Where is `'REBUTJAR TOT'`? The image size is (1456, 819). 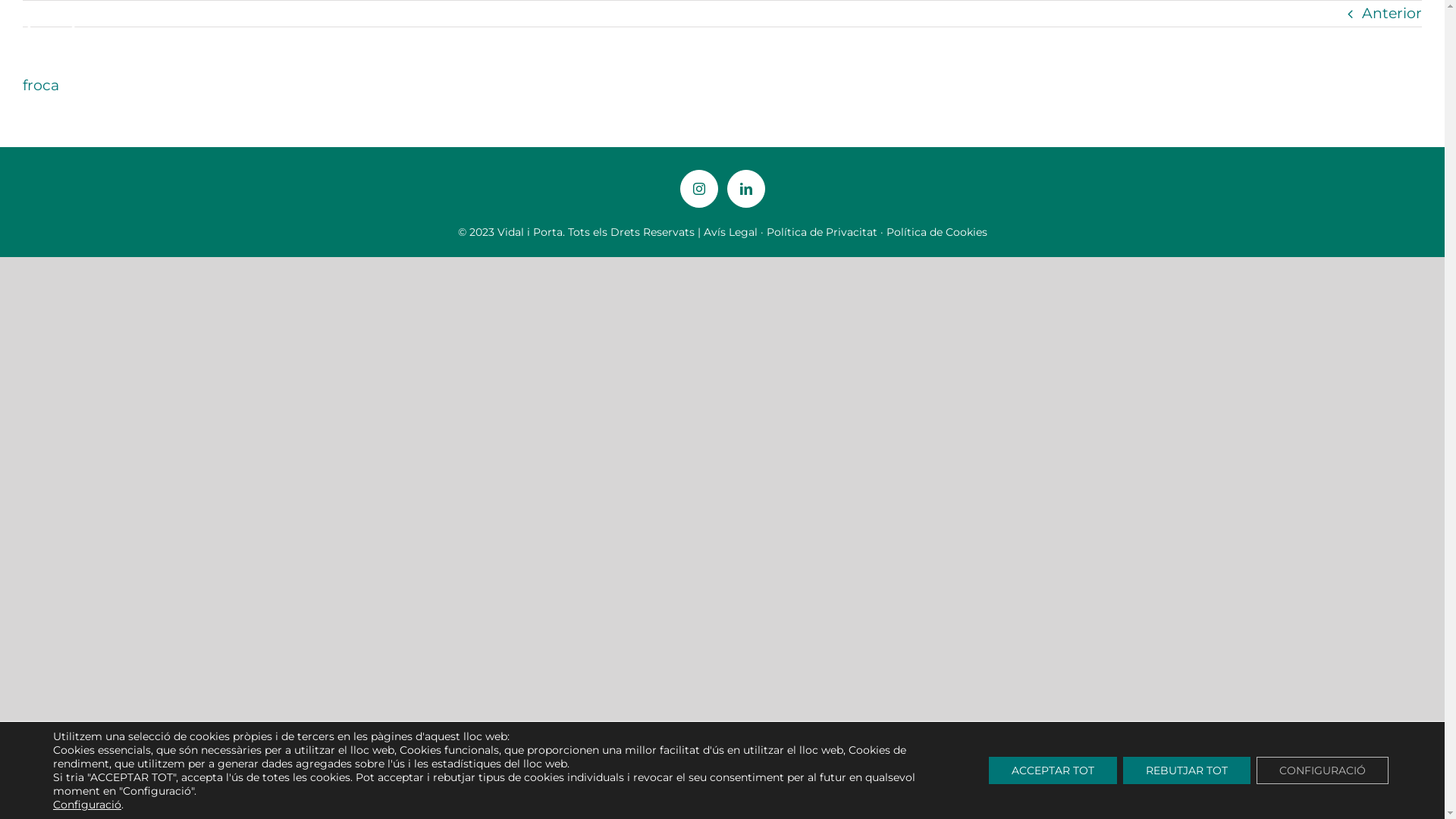
'REBUTJAR TOT' is located at coordinates (1185, 770).